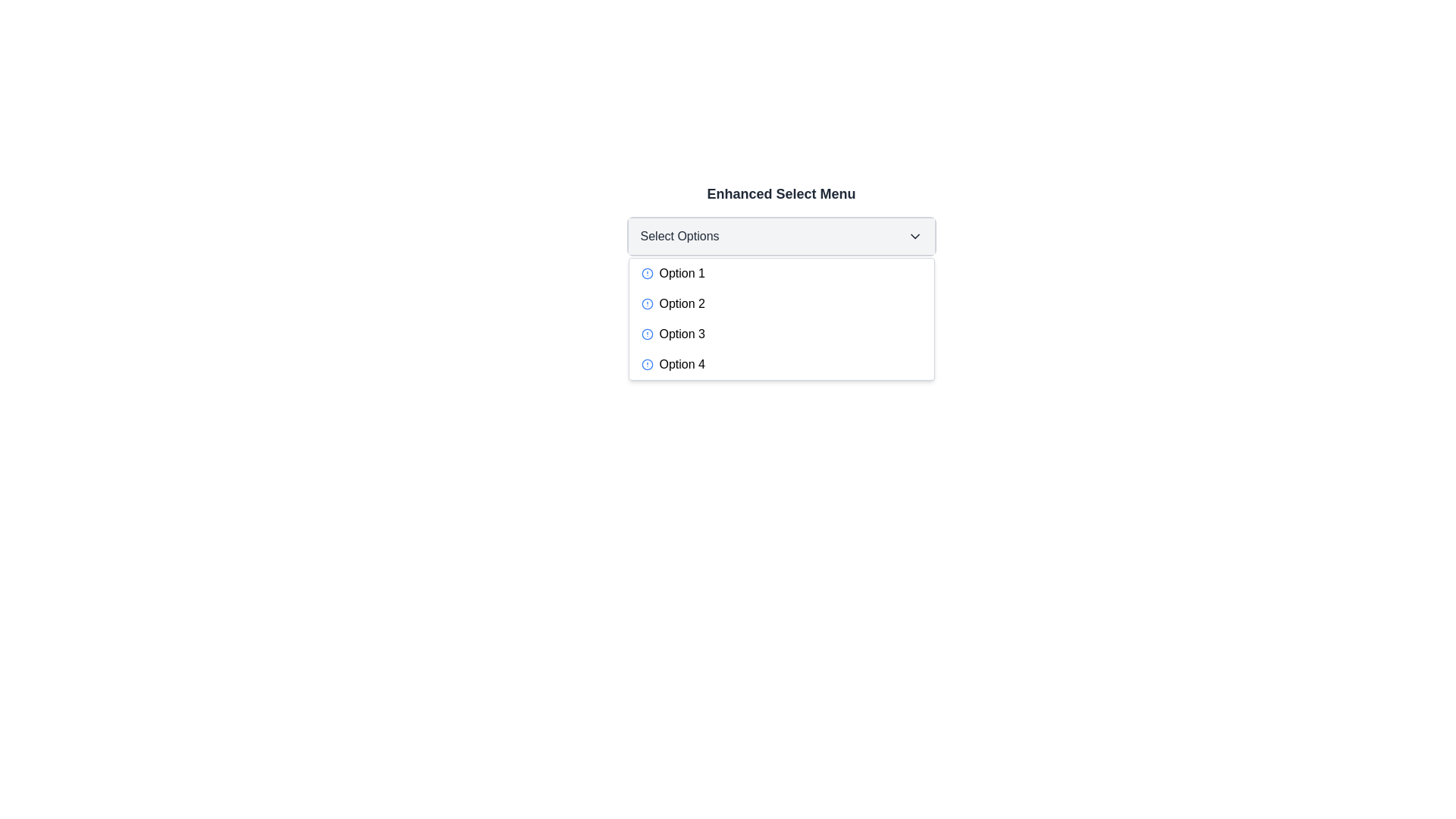 The width and height of the screenshot is (1456, 819). What do you see at coordinates (647, 304) in the screenshot?
I see `the state of the circular icon with a hollow blue outline and a small blue dot inside, which is part of the second option in the list, just before 'Option 2'` at bounding box center [647, 304].